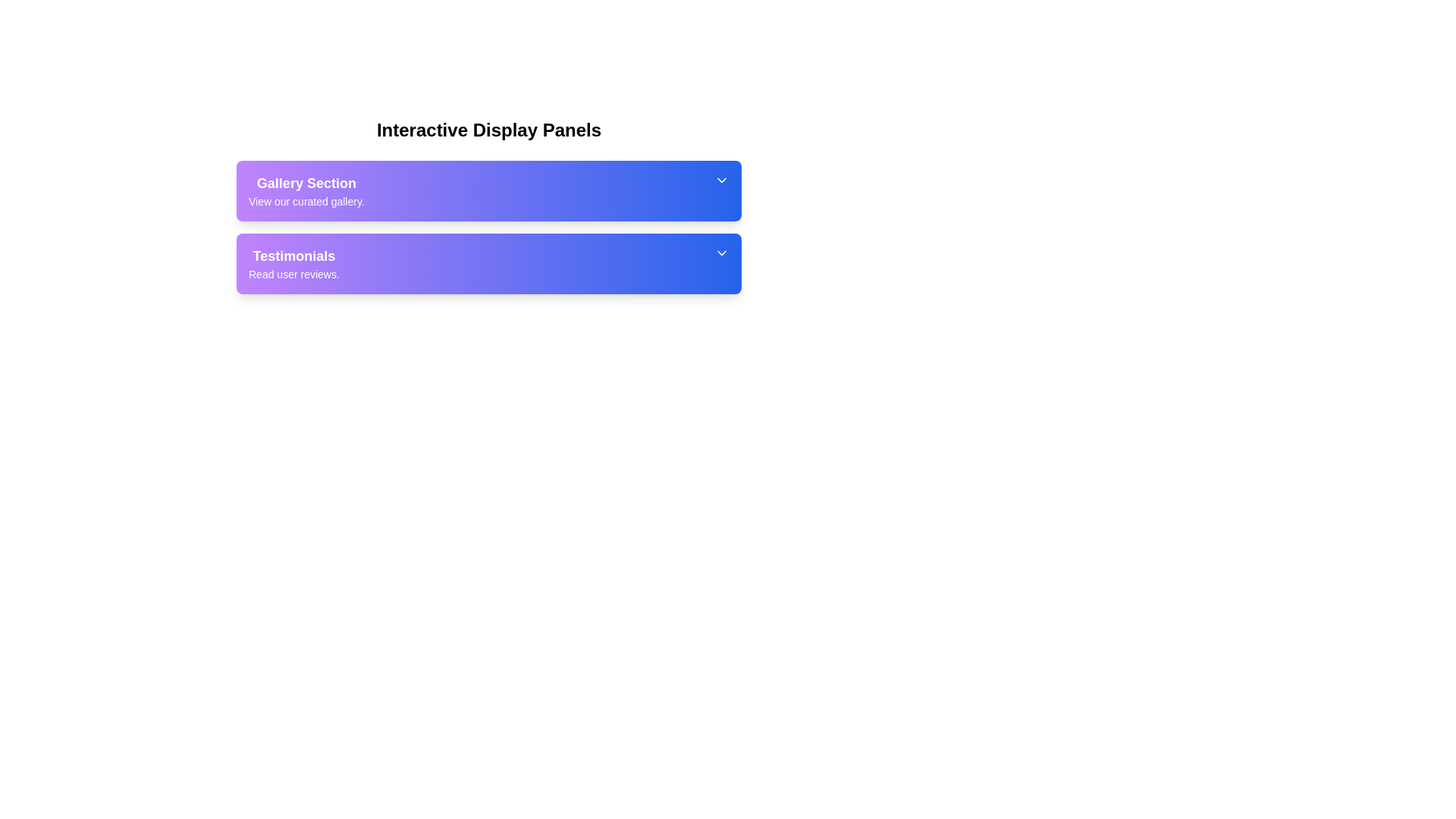  Describe the element at coordinates (720, 253) in the screenshot. I see `the downward chevron icon located on the right-hand side of the Testimonials panel` at that location.